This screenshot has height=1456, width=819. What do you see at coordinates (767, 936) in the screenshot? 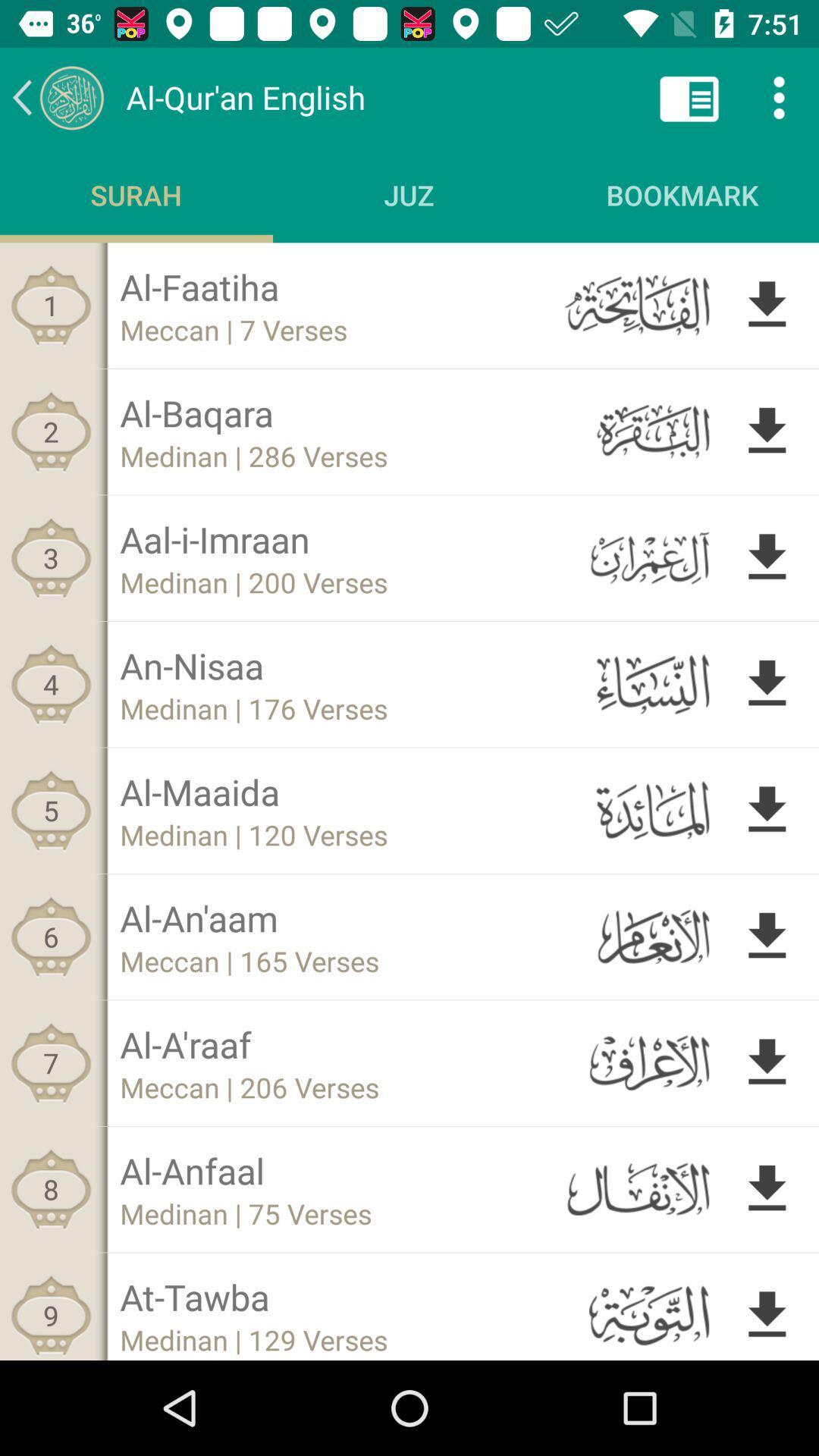
I see `click the button to download` at bounding box center [767, 936].